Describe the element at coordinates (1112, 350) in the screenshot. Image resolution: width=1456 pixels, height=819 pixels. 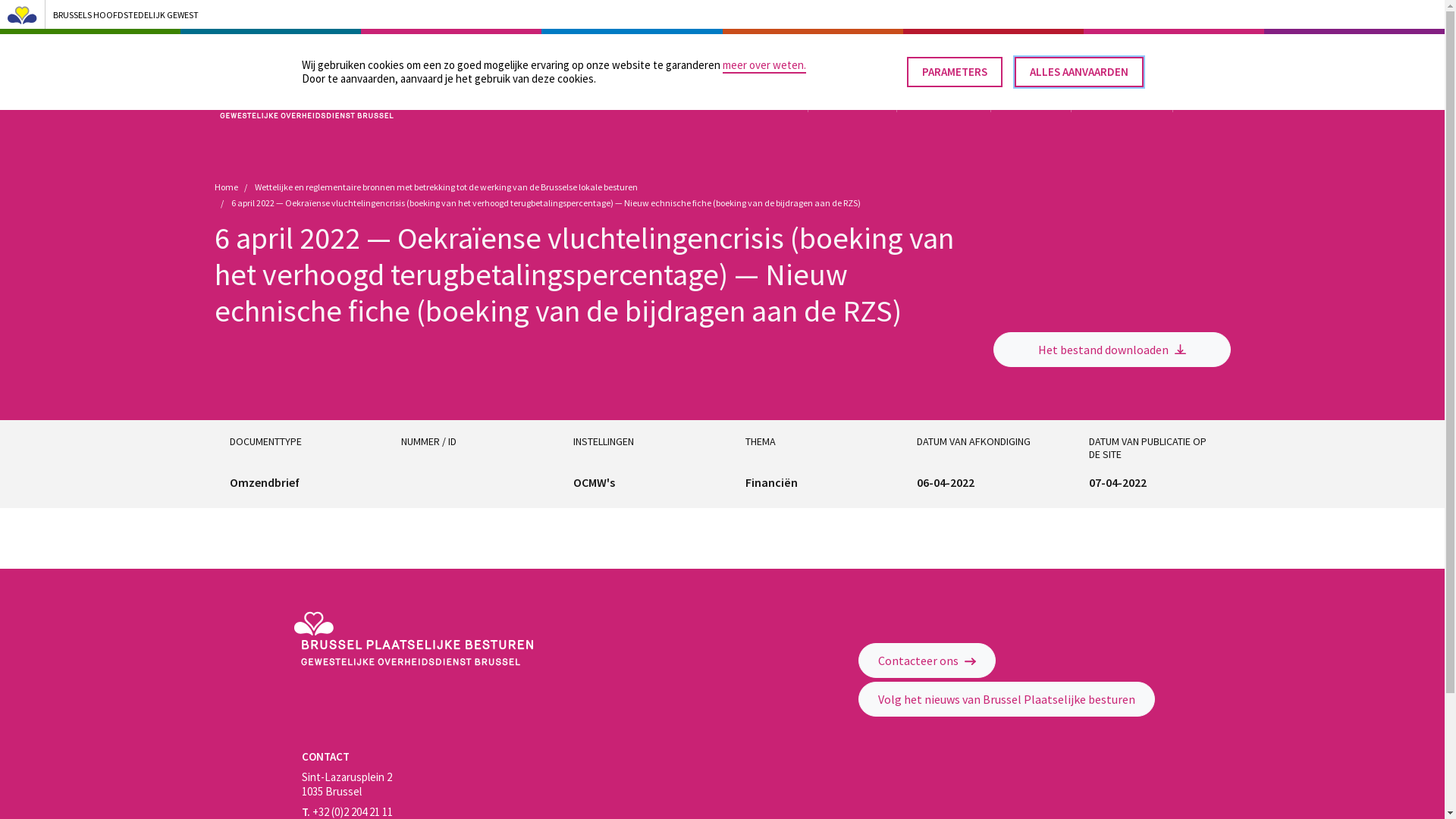
I see `'Het bestand downloaden'` at that location.